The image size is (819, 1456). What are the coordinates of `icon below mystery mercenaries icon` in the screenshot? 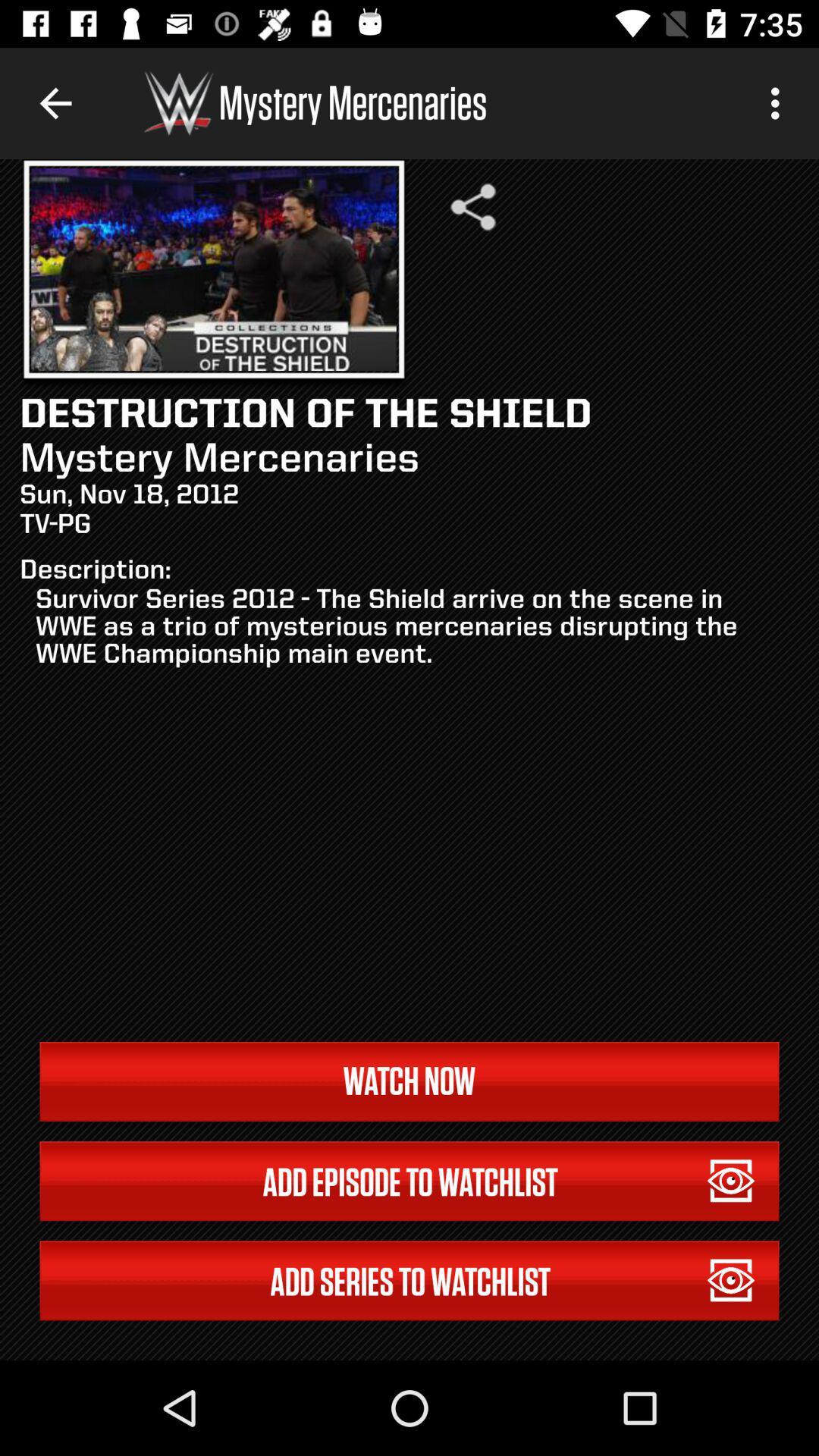 It's located at (472, 206).